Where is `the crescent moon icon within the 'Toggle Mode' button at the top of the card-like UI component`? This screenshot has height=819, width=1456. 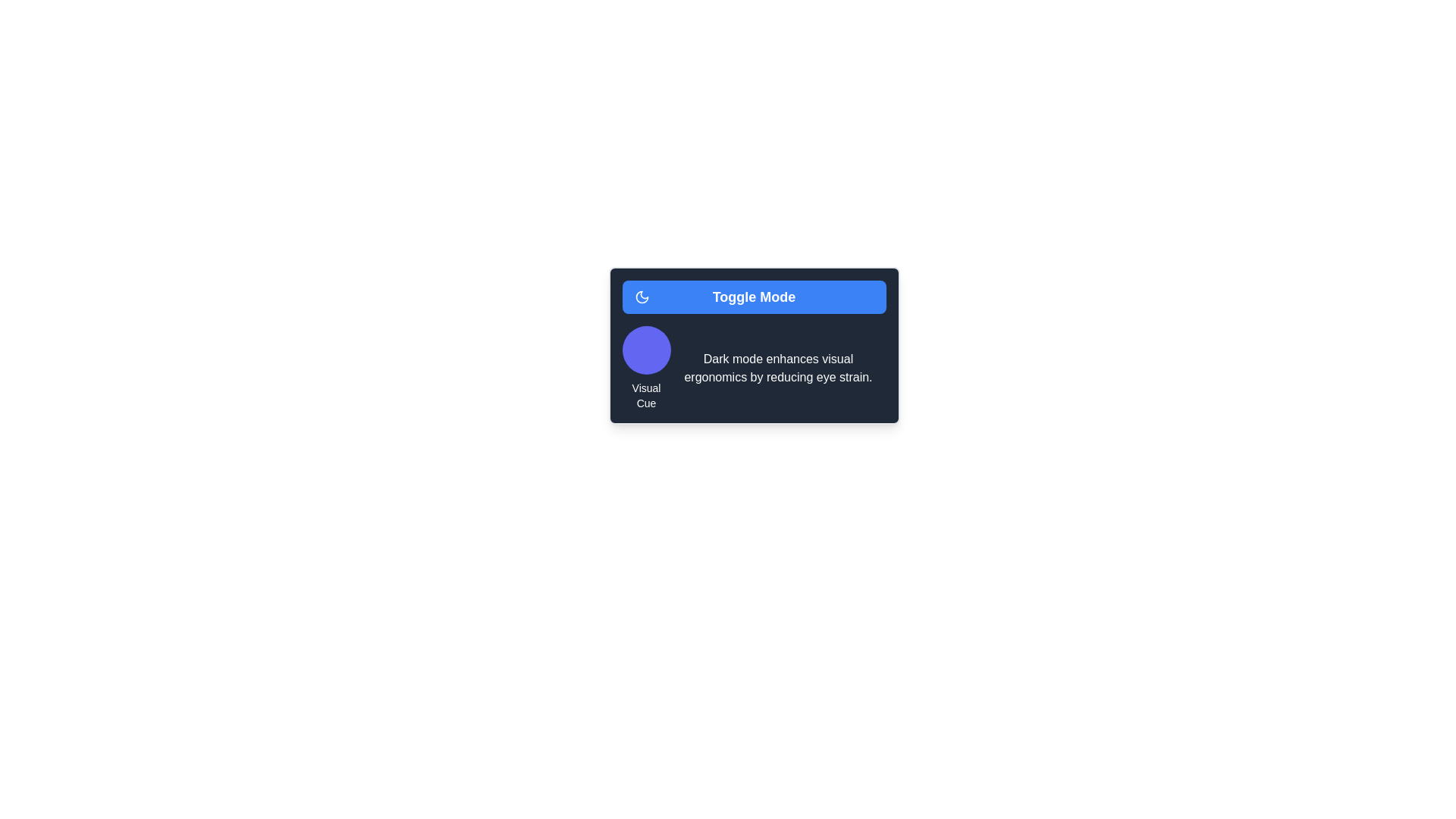 the crescent moon icon within the 'Toggle Mode' button at the top of the card-like UI component is located at coordinates (642, 297).